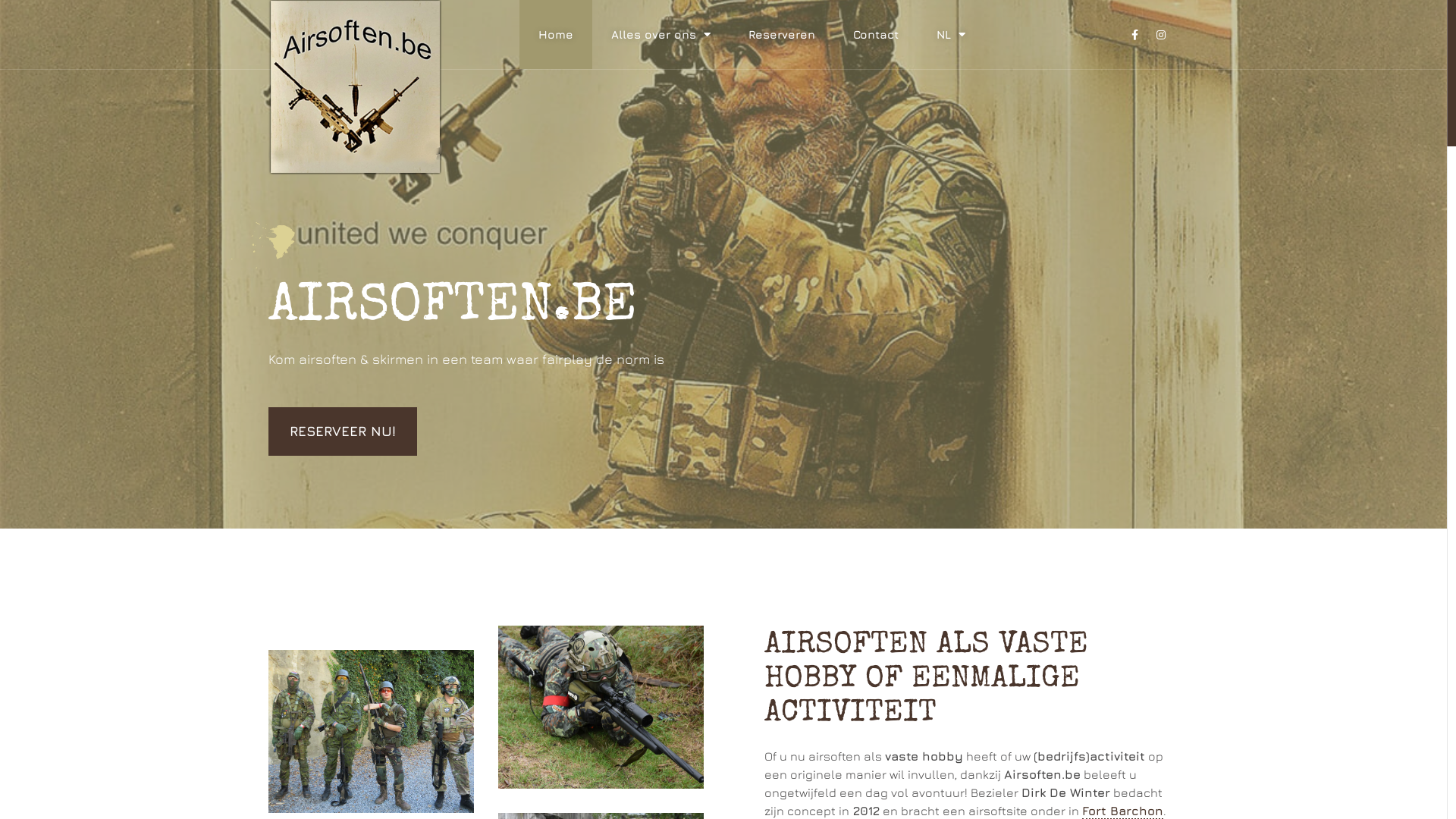  Describe the element at coordinates (341, 431) in the screenshot. I see `'RESERVEER NU!'` at that location.